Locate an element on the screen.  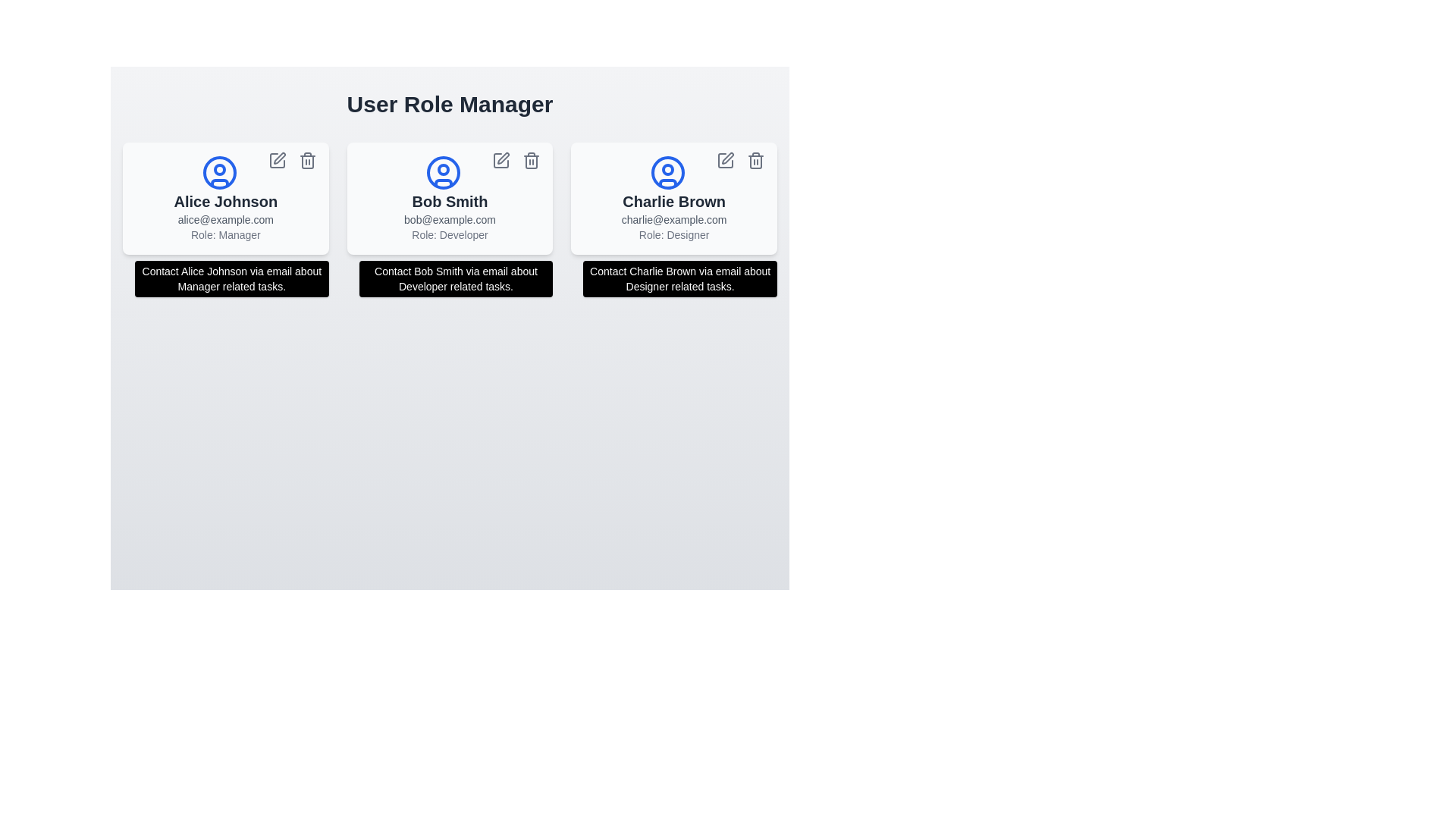
the gray pen icon located in the top-right corner of the user information card associated with 'Bob Smith' is located at coordinates (504, 158).